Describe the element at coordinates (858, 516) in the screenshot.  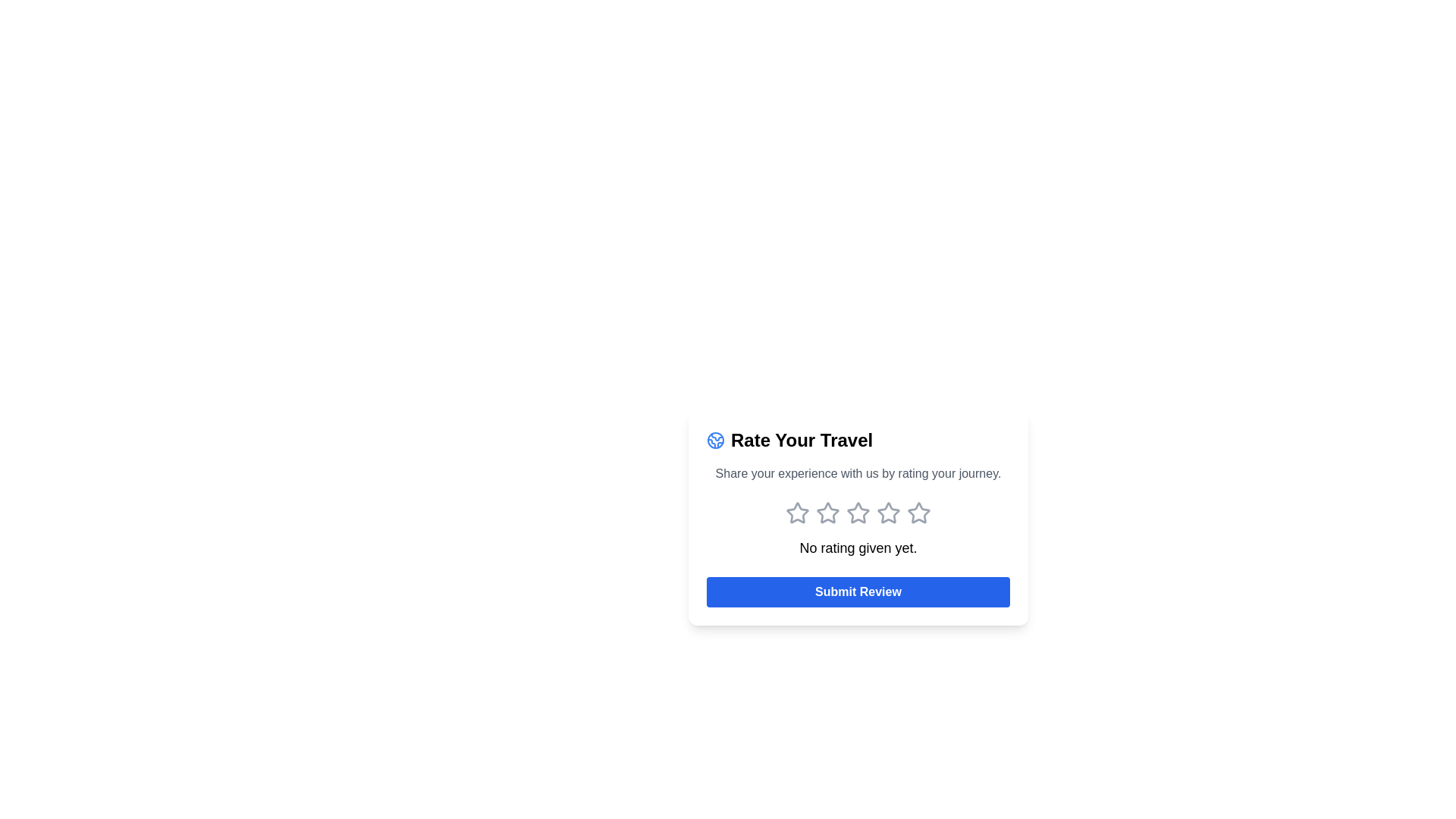
I see `the interactive stars in the 'Rate Your Travel' section` at that location.